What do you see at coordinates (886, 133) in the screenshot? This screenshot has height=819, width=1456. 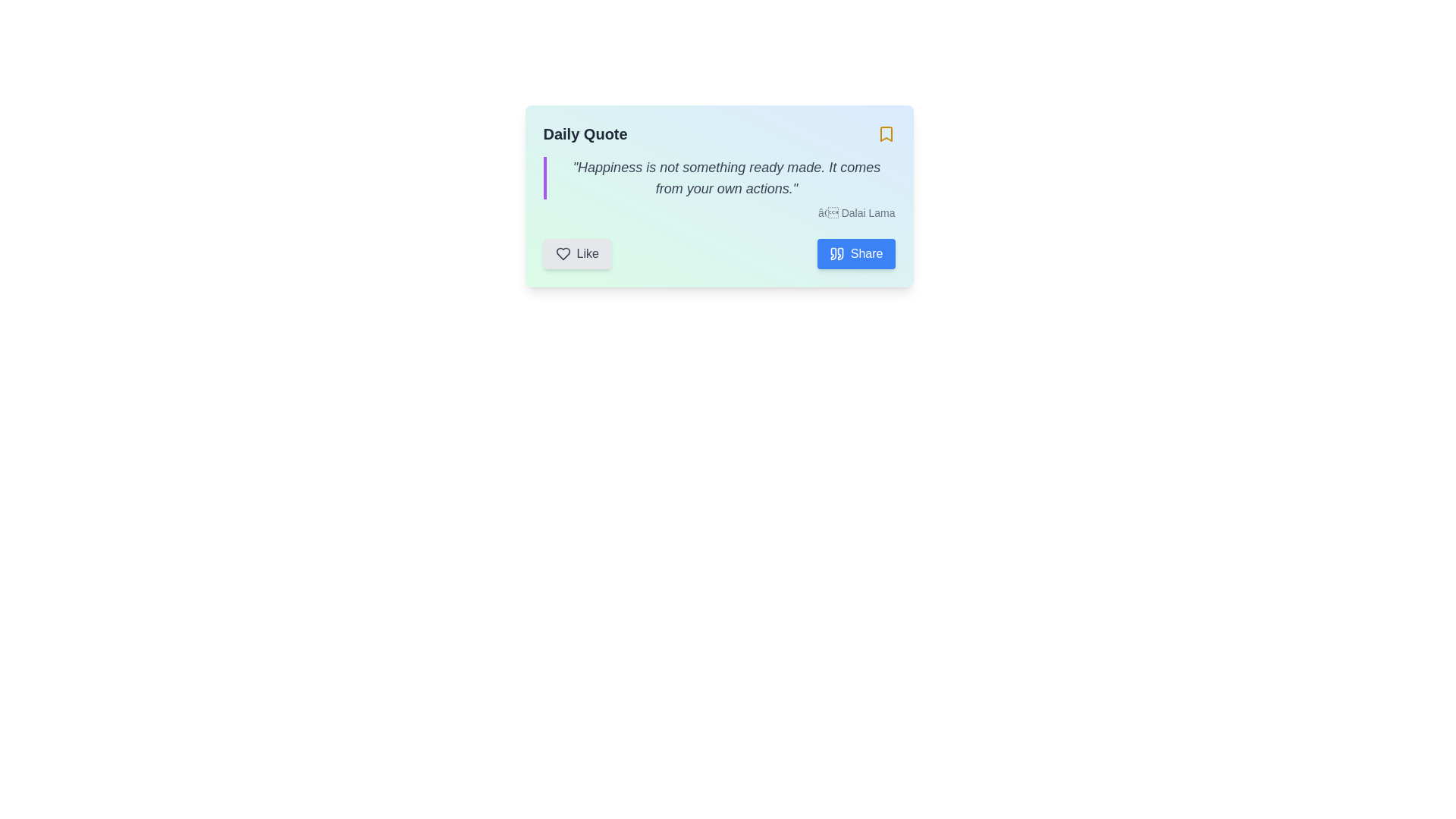 I see `the bookmark icon located at the top-right corner of the card, adjacent to the text 'Daily Quote'` at bounding box center [886, 133].